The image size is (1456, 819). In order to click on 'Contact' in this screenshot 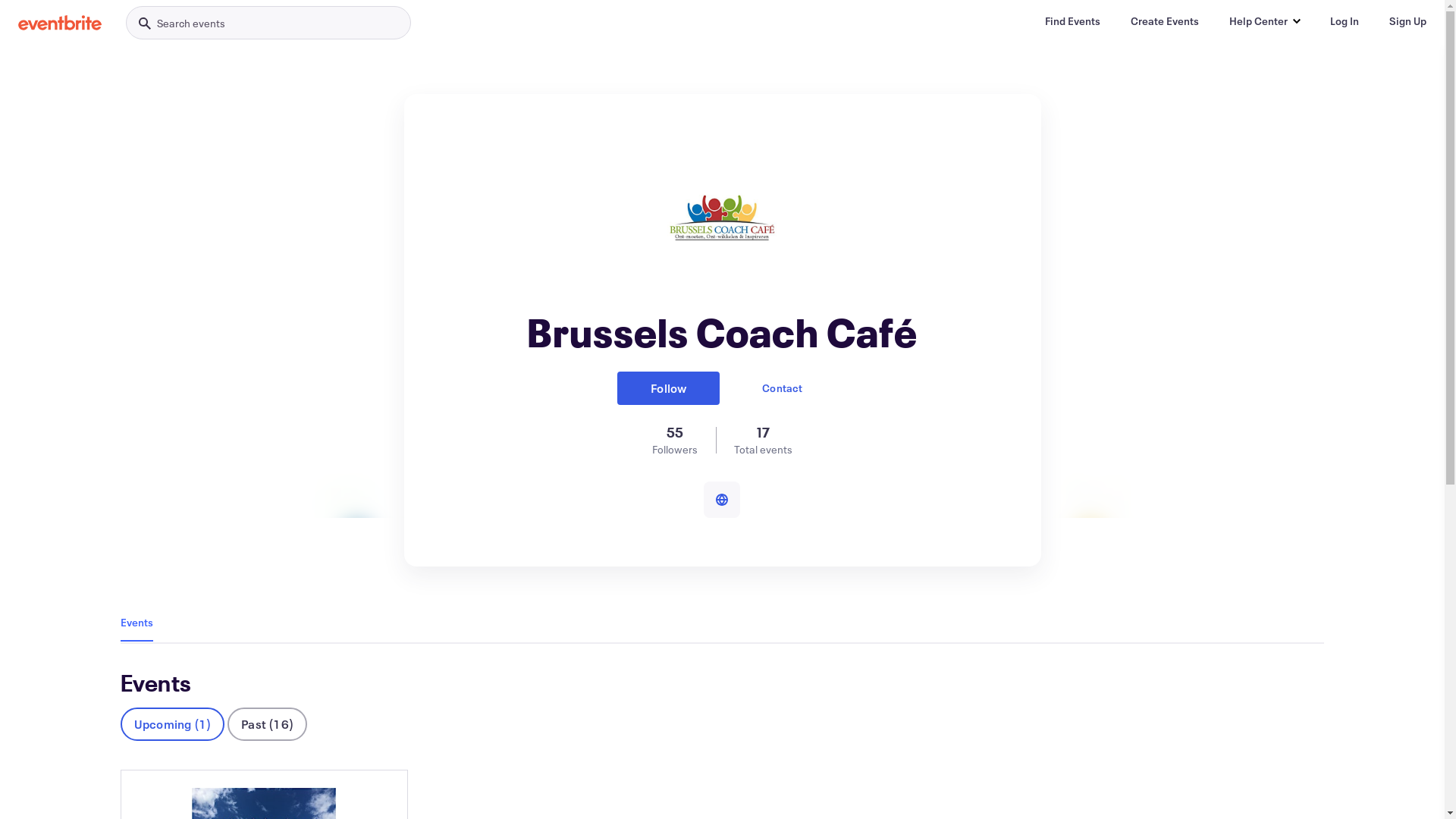, I will do `click(782, 388)`.